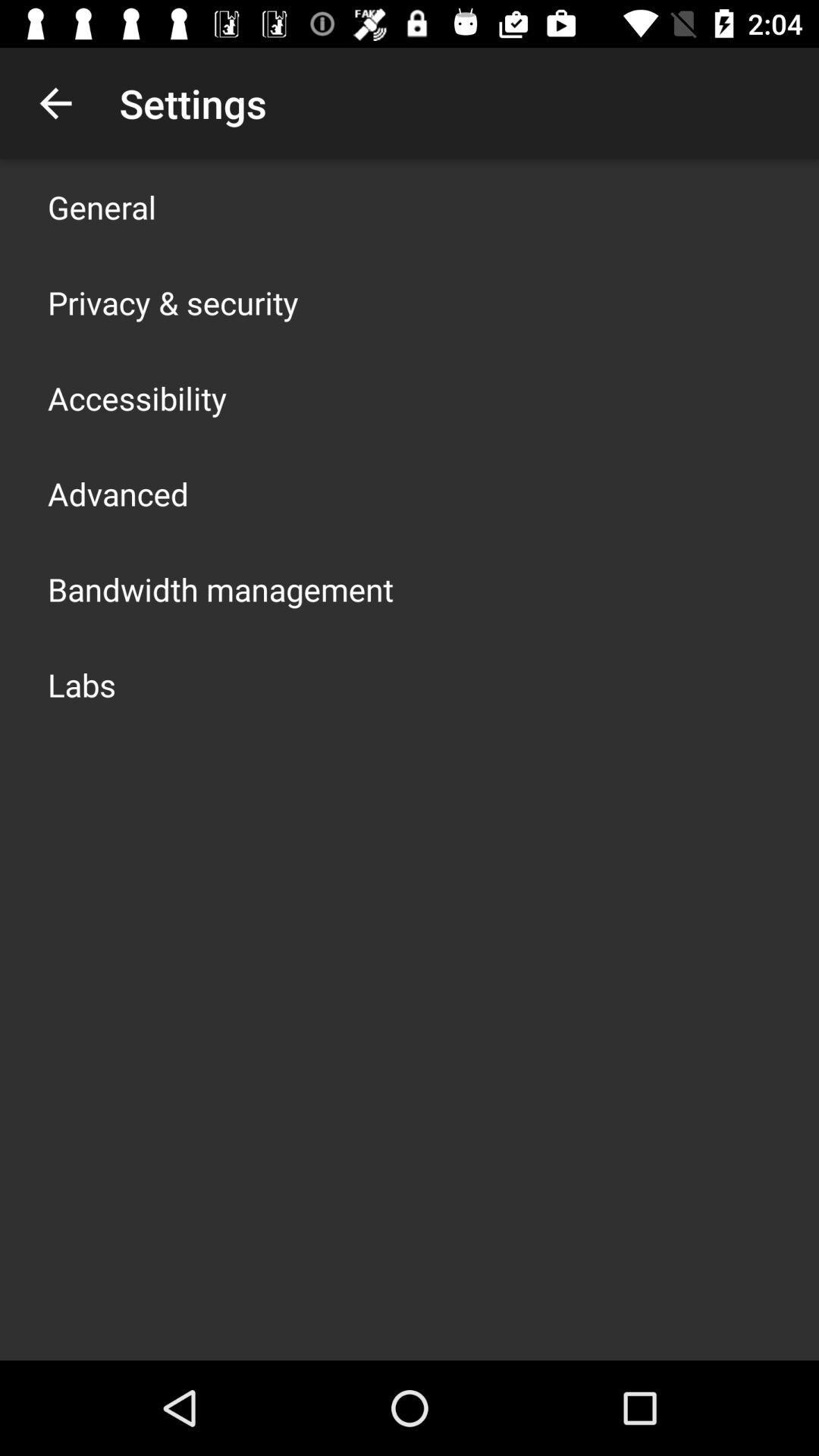 The image size is (819, 1456). Describe the element at coordinates (82, 683) in the screenshot. I see `labs item` at that location.